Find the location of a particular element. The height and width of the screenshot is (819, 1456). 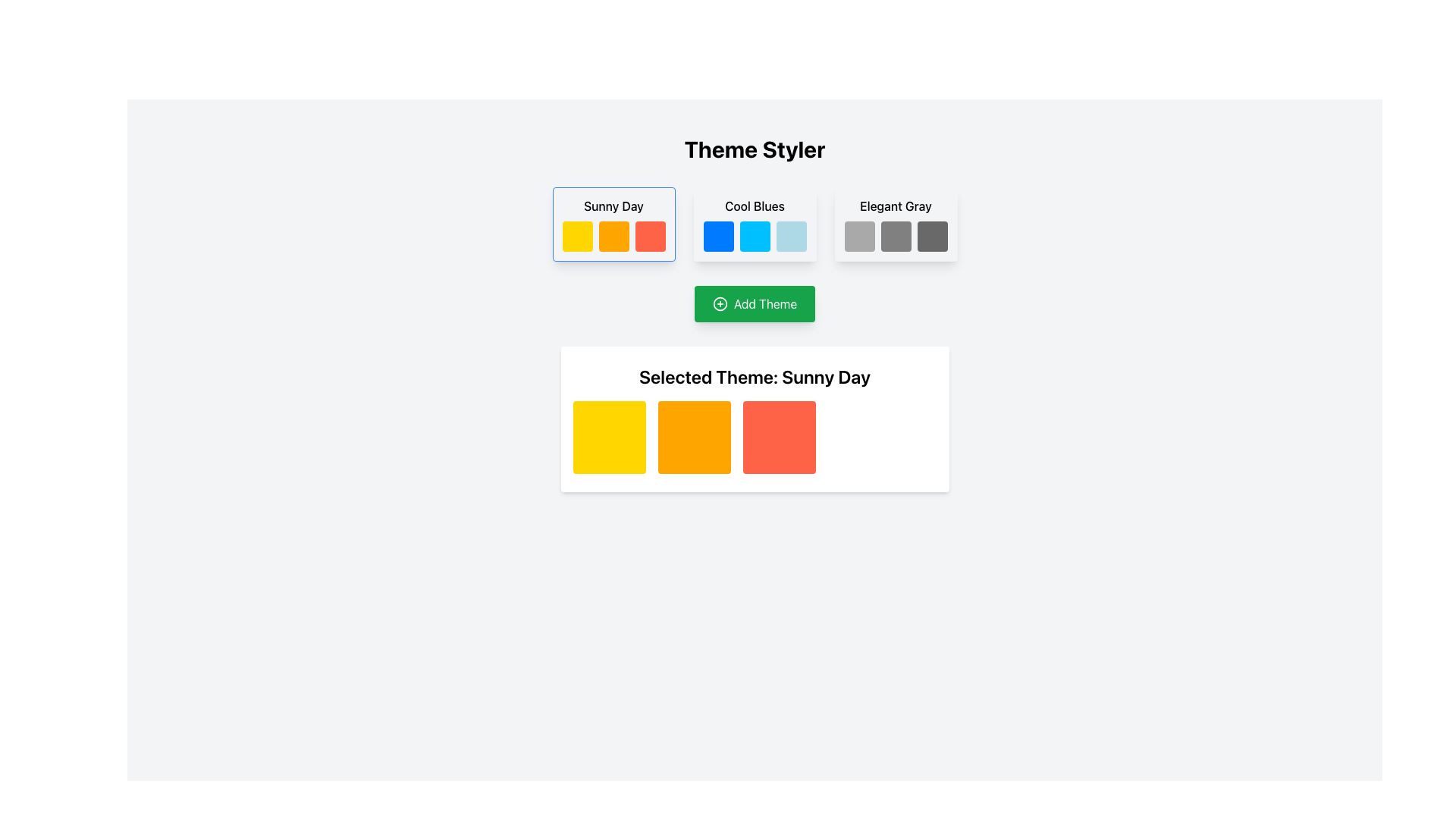

the bold header text 'Theme Styler', which is centrally located at the top of the content area, serving as the title for the UI is located at coordinates (755, 149).